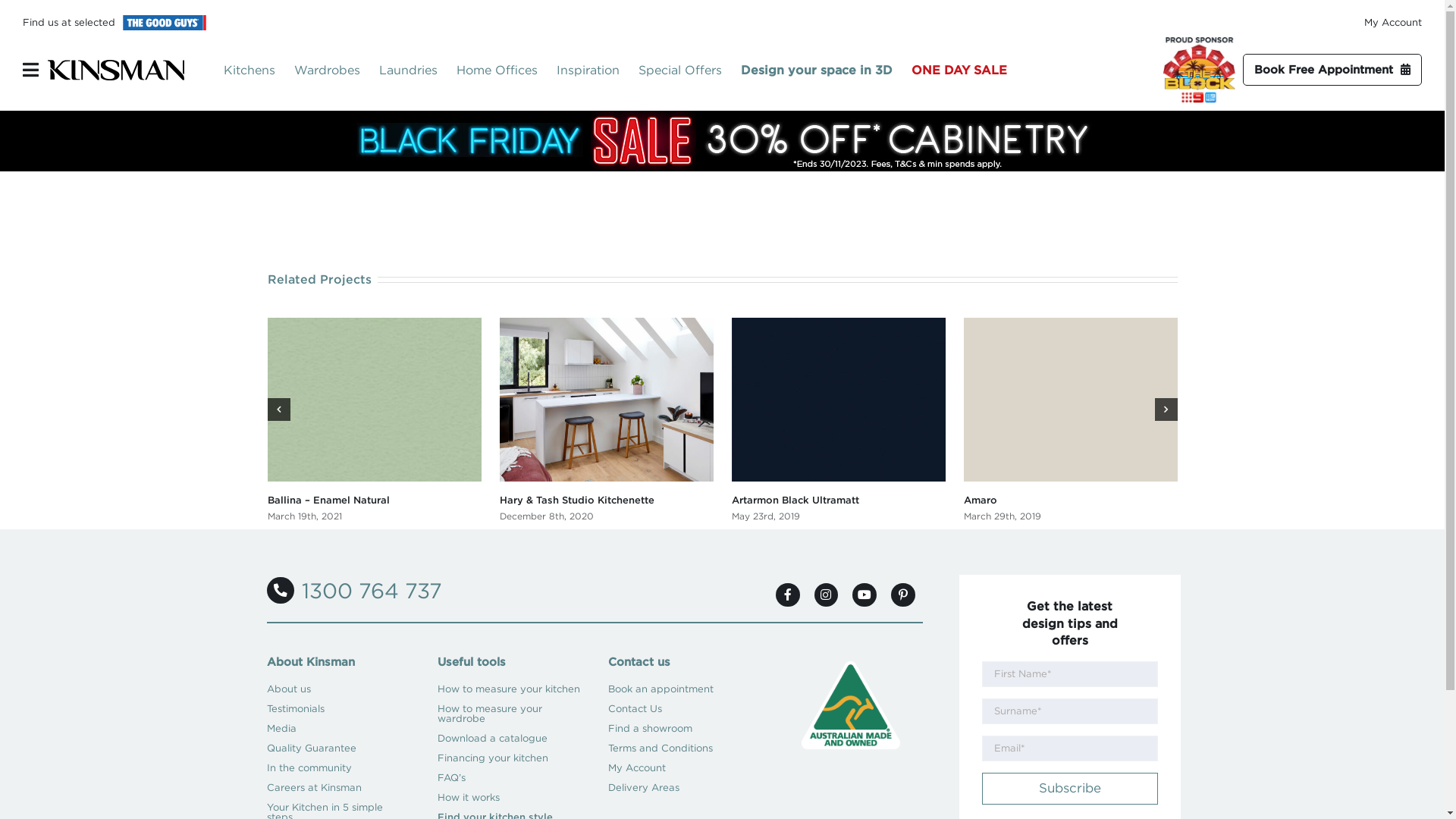  What do you see at coordinates (638, 70) in the screenshot?
I see `'Special Offers'` at bounding box center [638, 70].